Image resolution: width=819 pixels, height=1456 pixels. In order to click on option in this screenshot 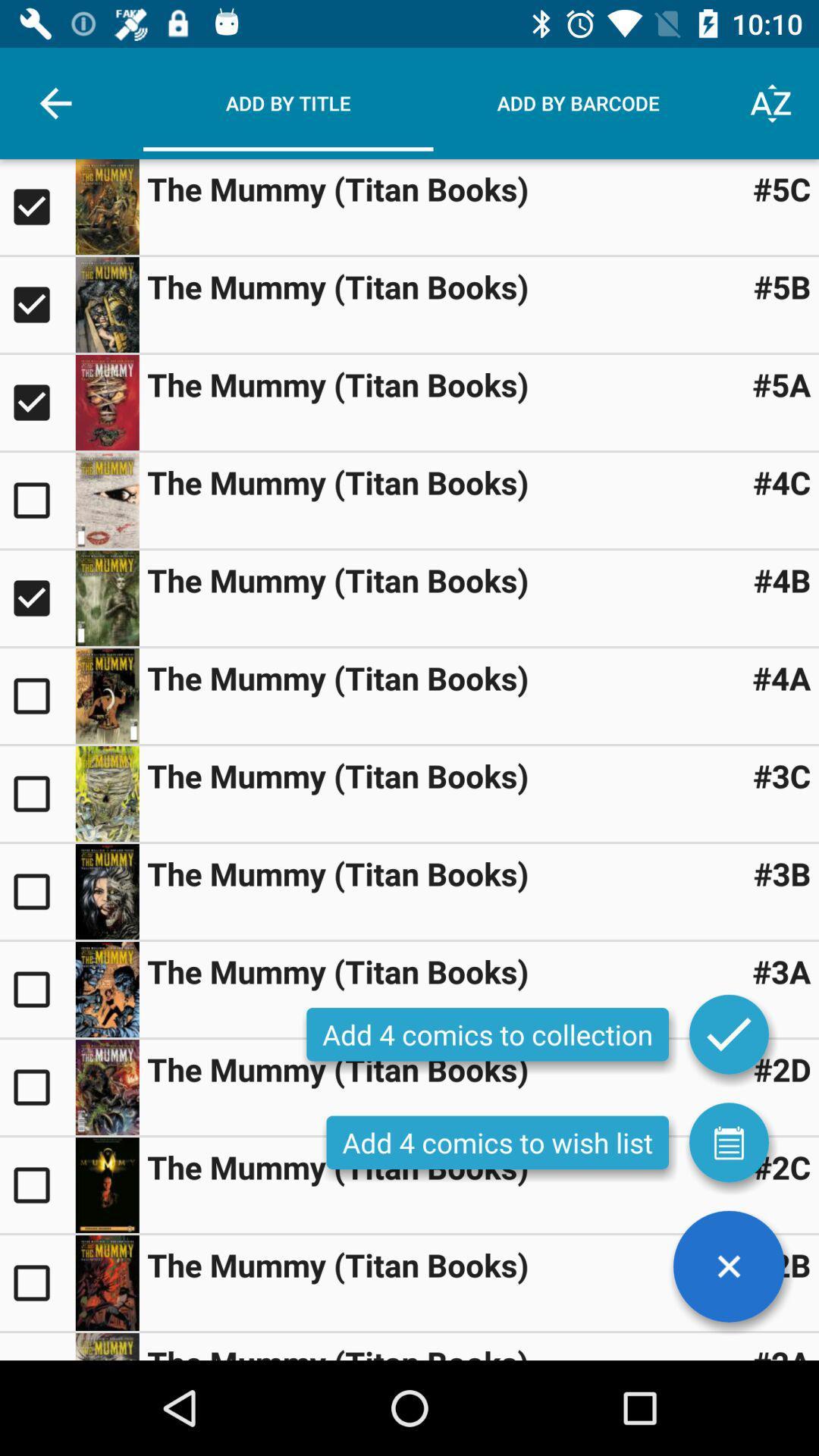, I will do `click(36, 1282)`.